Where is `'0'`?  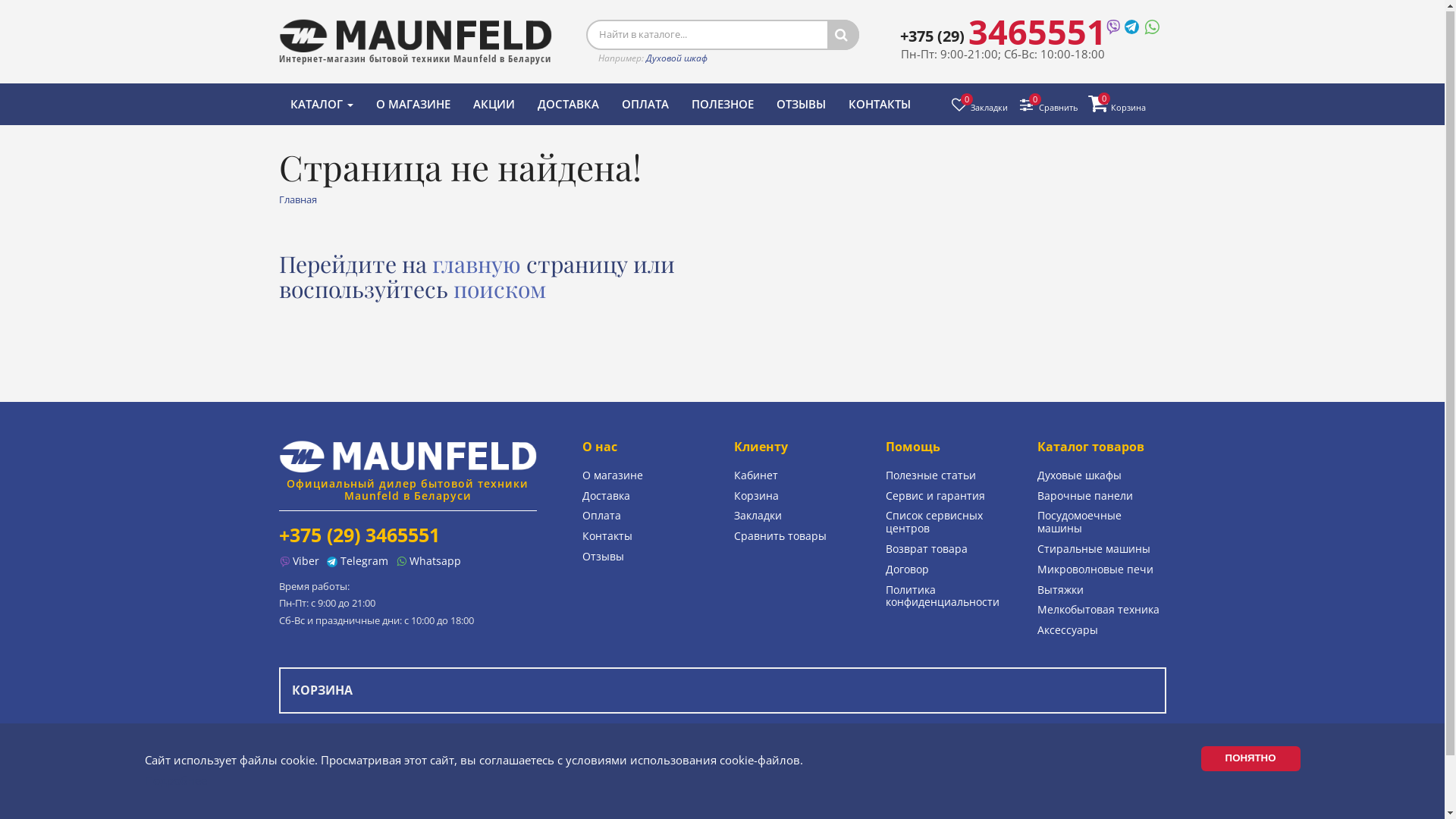
'0' is located at coordinates (1103, 99).